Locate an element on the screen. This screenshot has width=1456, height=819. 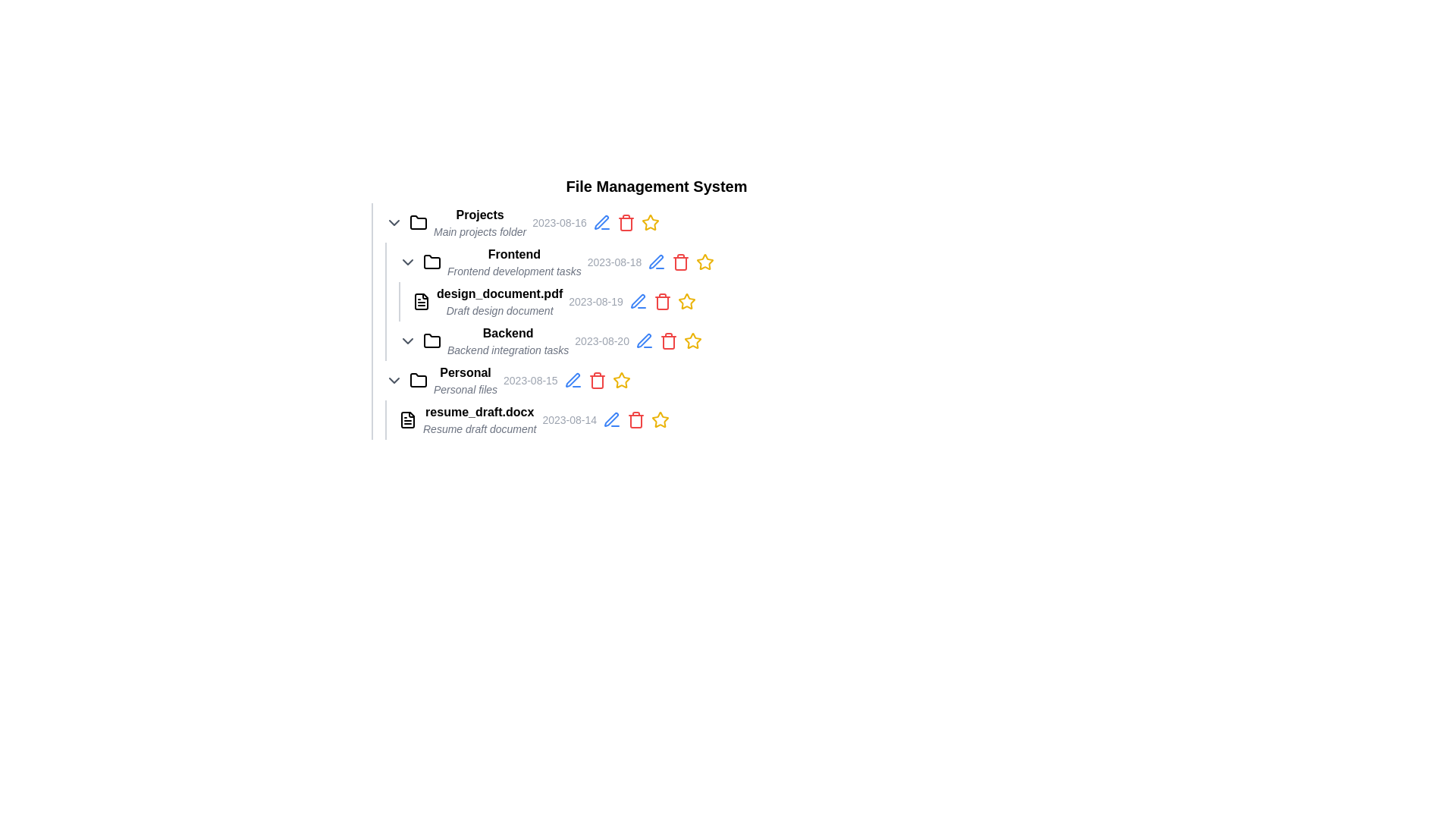
the red trash can icon button located in the 'Frontend' section is located at coordinates (680, 262).